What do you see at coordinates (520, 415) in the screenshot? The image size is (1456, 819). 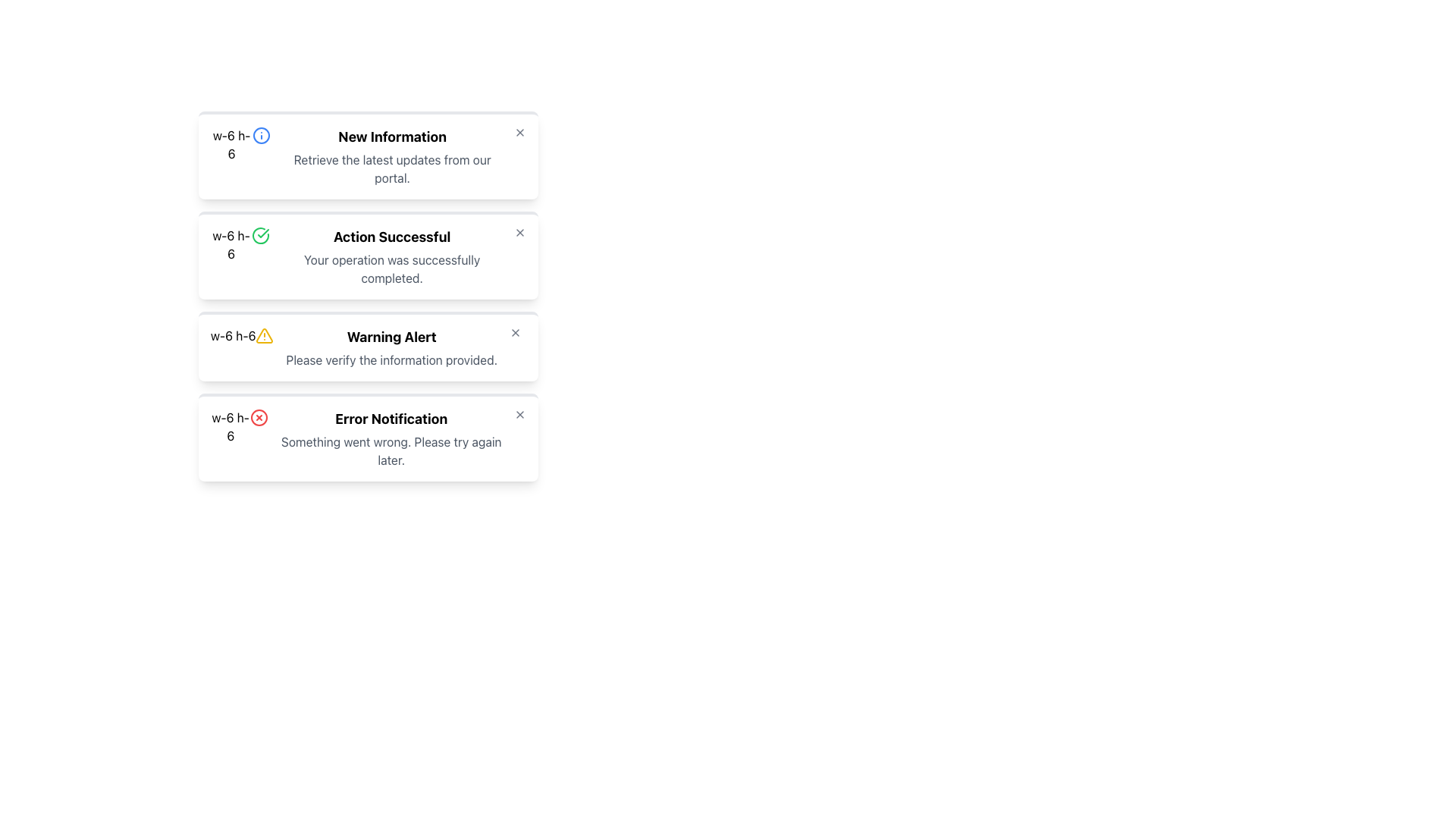 I see `the right-aligned button in the 'Error Notification' panel to change its color` at bounding box center [520, 415].